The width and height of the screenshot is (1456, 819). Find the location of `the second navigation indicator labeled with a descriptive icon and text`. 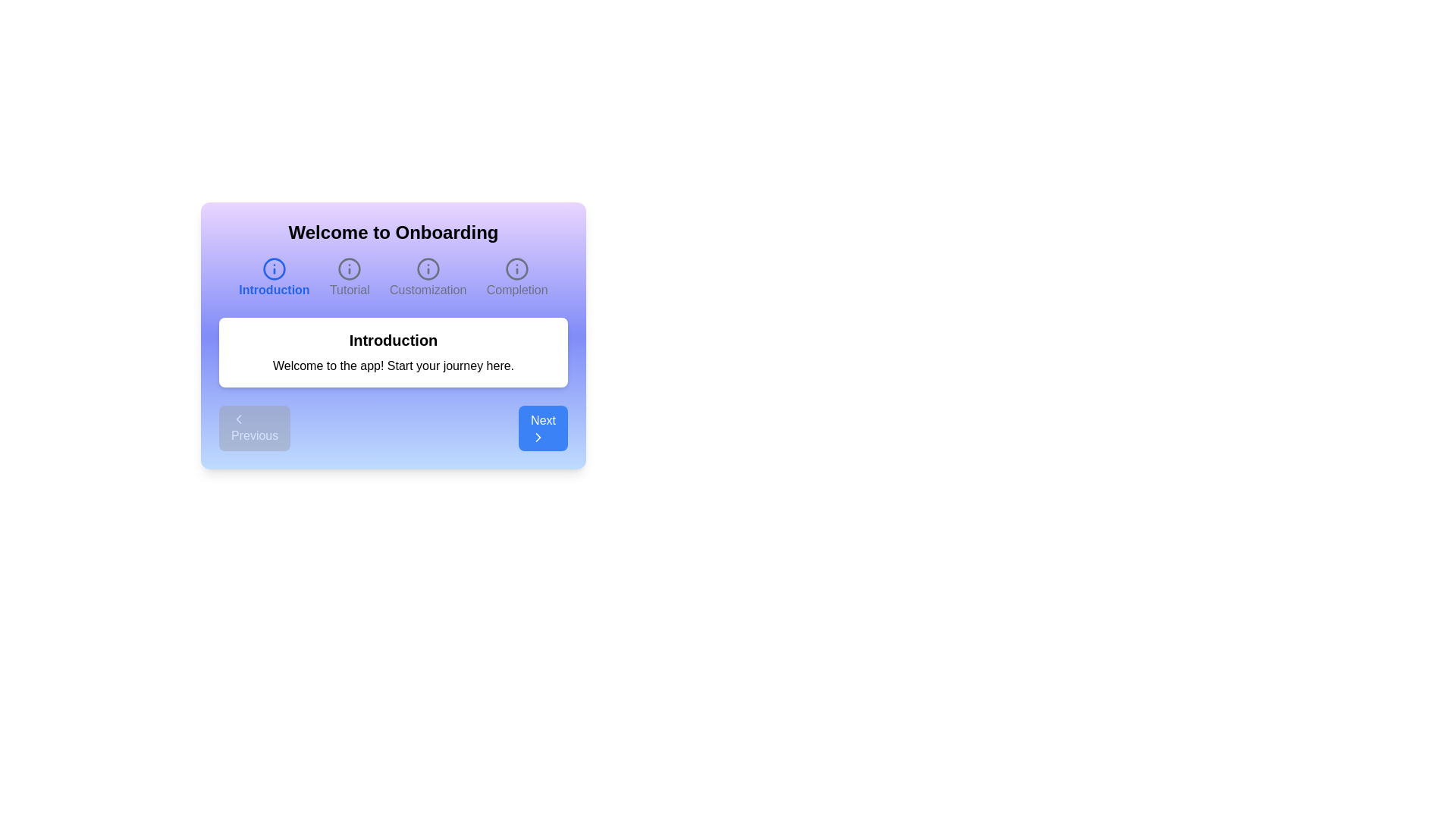

the second navigation indicator labeled with a descriptive icon and text is located at coordinates (349, 278).